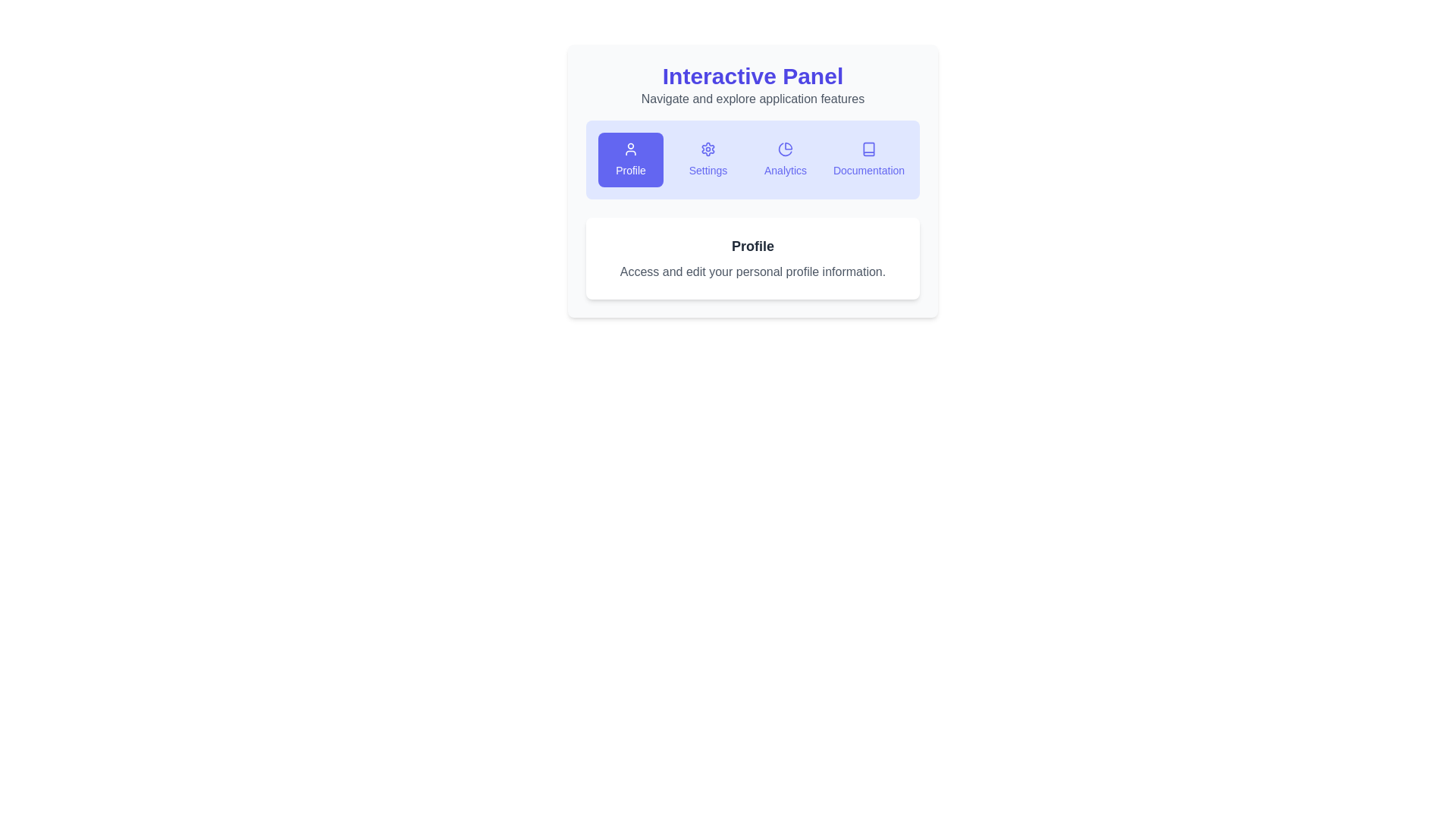  Describe the element at coordinates (786, 160) in the screenshot. I see `the 'Analytics' button, which is a vertically-oriented button with a pie chart icon and is located between the 'Settings' and 'Documentation' buttons in the light indigo-colored section` at that location.